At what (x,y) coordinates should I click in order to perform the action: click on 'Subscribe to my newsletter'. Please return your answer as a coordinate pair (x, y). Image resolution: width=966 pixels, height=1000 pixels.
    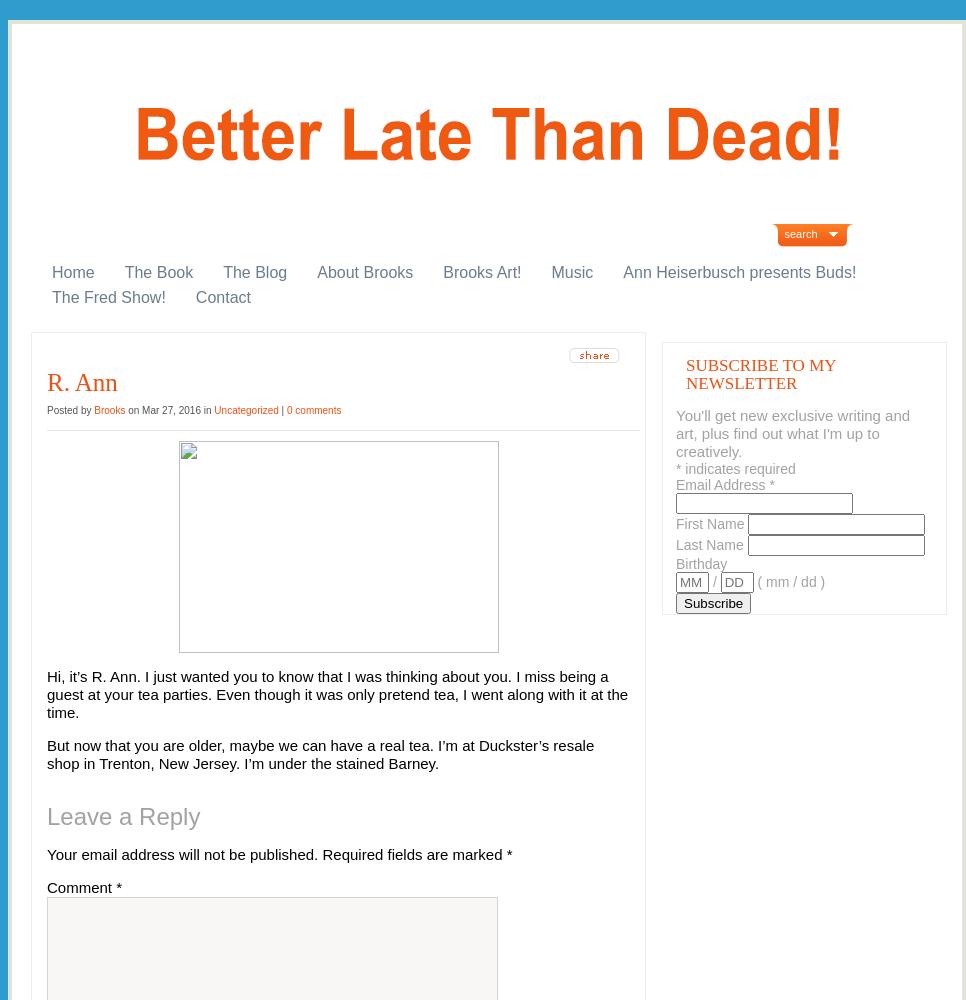
    Looking at the image, I should click on (685, 373).